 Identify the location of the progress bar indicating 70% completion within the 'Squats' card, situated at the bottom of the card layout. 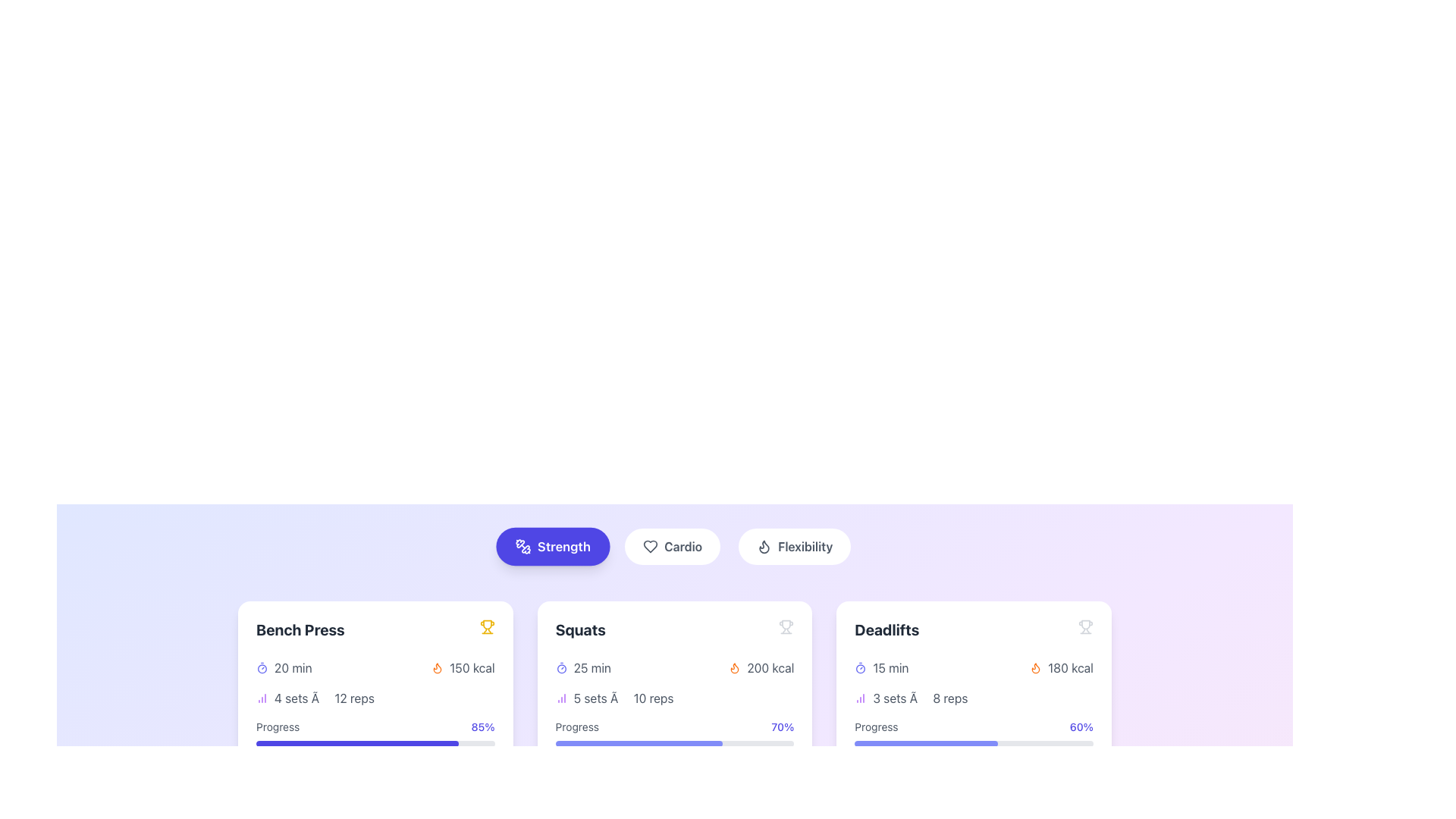
(673, 733).